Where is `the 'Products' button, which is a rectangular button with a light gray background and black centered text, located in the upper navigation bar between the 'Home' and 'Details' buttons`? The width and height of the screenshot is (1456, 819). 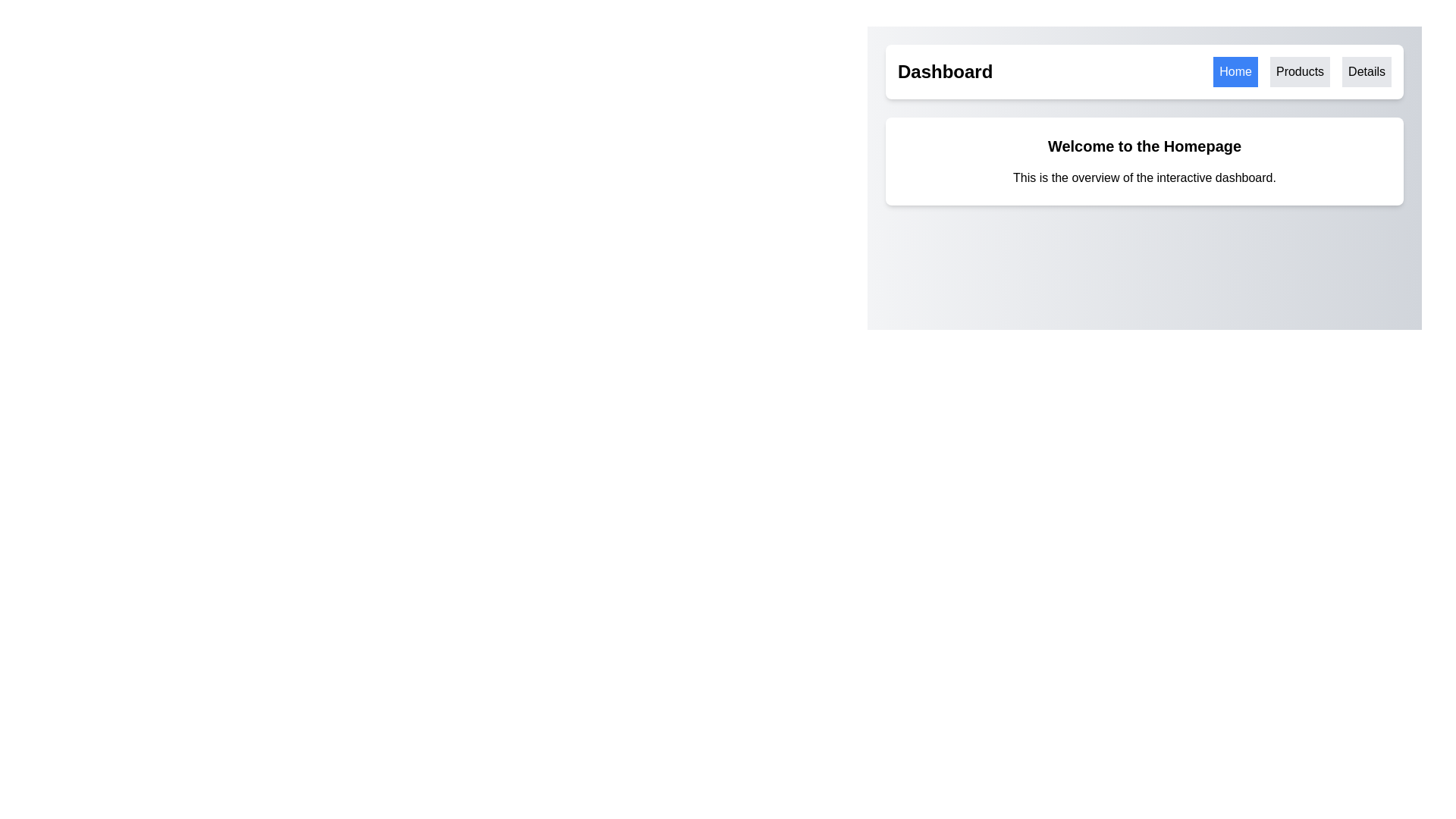
the 'Products' button, which is a rectangular button with a light gray background and black centered text, located in the upper navigation bar between the 'Home' and 'Details' buttons is located at coordinates (1299, 72).